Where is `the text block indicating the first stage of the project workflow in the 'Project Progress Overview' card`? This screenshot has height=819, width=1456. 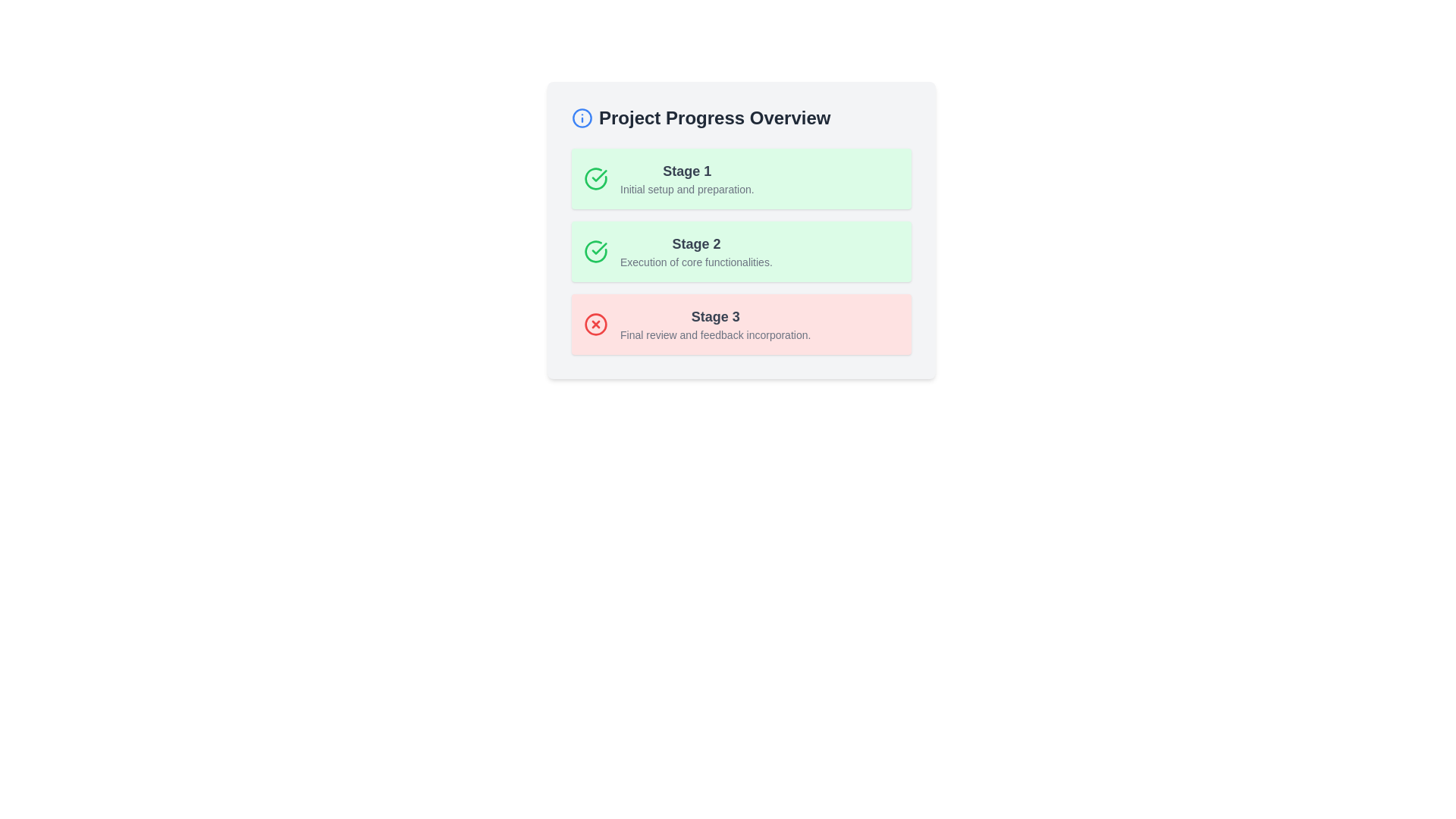
the text block indicating the first stage of the project workflow in the 'Project Progress Overview' card is located at coordinates (686, 177).